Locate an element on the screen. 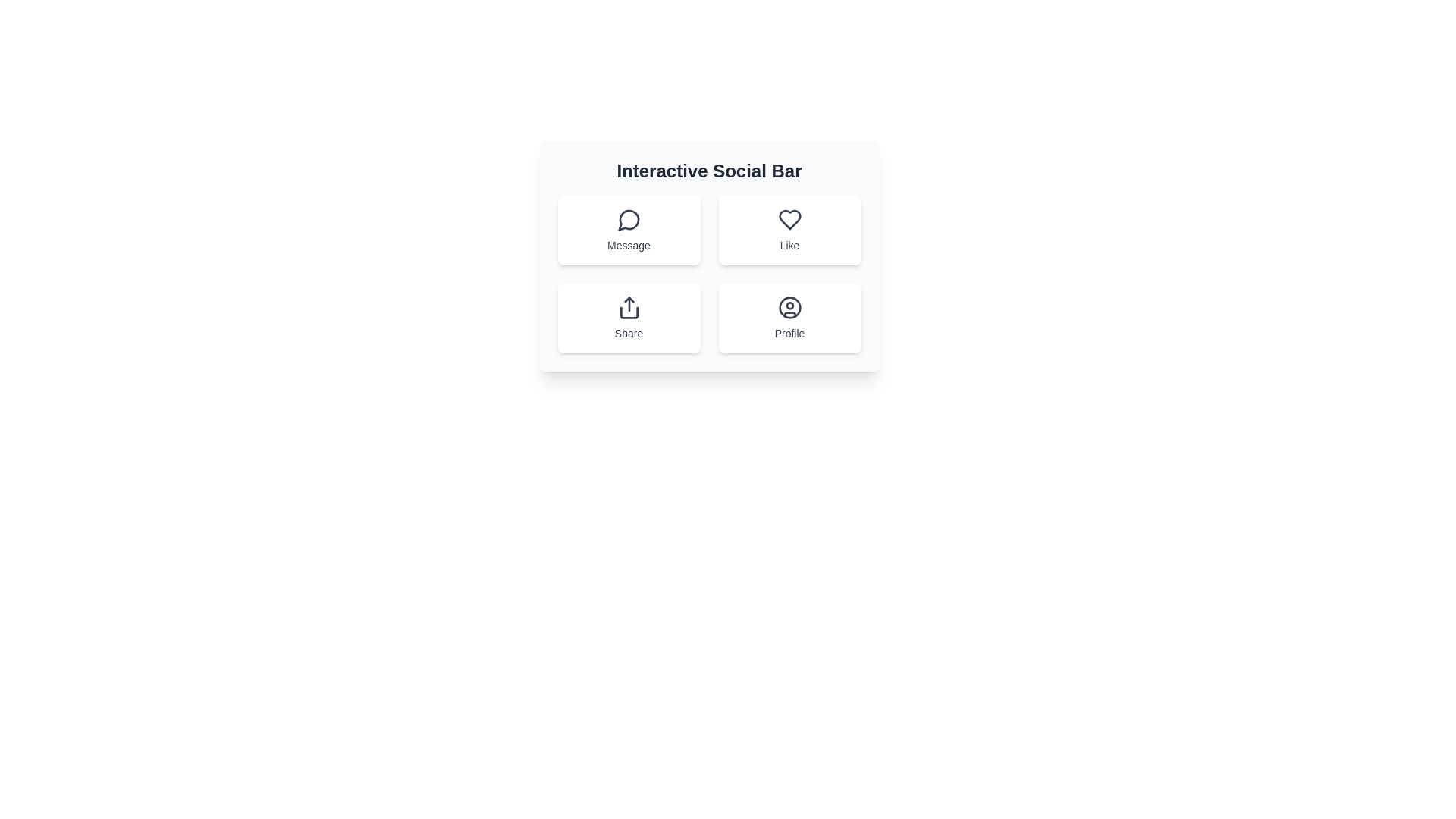  the circular SVG element representing the user's profile, which is centrally located within the profile icon in the bottom-right section of the grid layout under the 'Interactive Social Bar' title is located at coordinates (789, 307).